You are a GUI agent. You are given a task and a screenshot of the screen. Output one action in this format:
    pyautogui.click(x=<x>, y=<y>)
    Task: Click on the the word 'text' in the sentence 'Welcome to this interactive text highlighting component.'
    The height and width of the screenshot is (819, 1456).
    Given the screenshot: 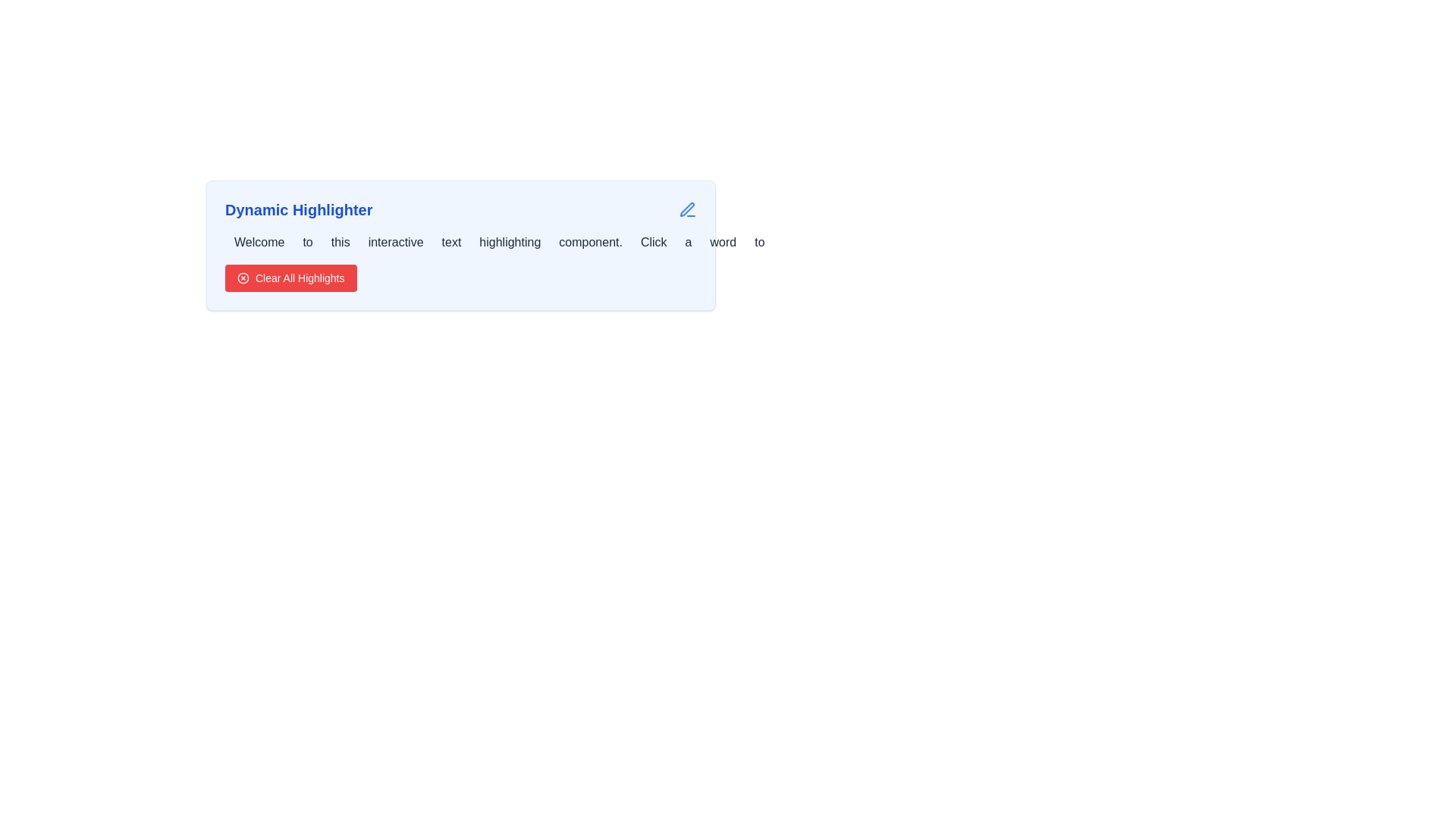 What is the action you would take?
    pyautogui.click(x=450, y=241)
    